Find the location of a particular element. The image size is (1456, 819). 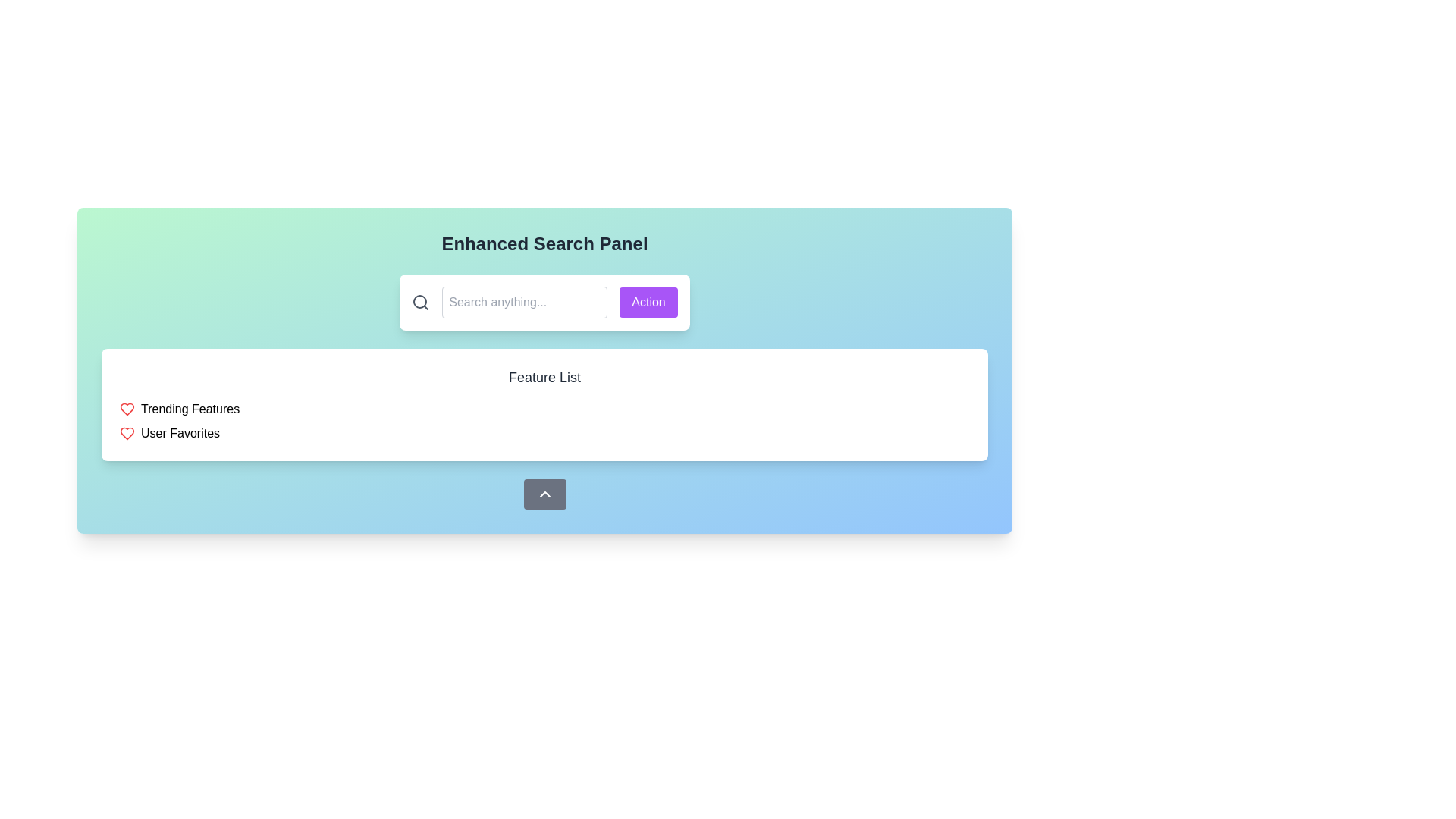

the upward-pointing chevron icon embedded within the button located above the bottom edge of the blue area on the interface is located at coordinates (544, 494).